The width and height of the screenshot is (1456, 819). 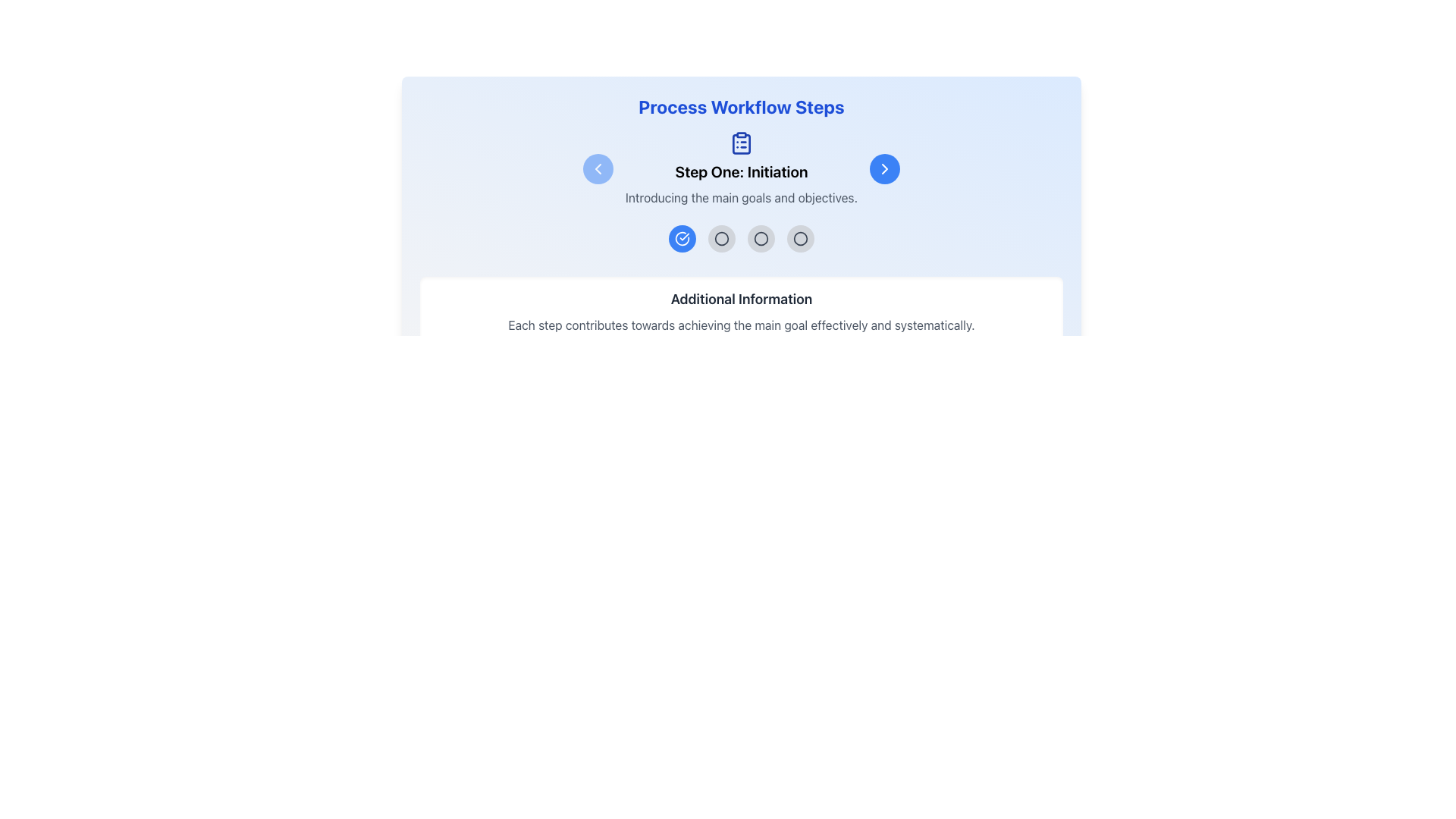 What do you see at coordinates (682, 239) in the screenshot?
I see `the first circular icon representing a completed step in the progress tracker below the text 'Step One: Initiation'` at bounding box center [682, 239].